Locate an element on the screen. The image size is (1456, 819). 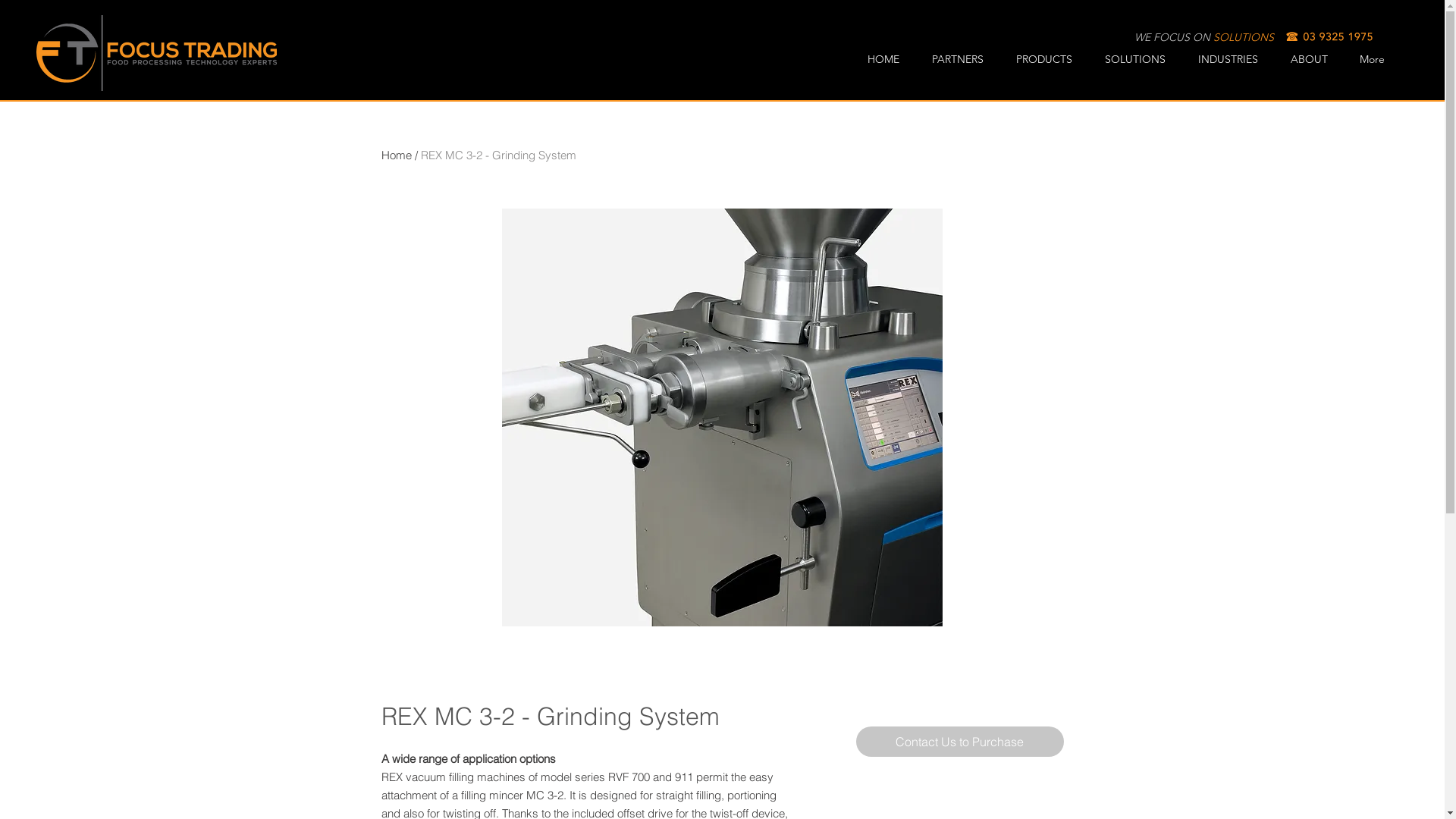
'REX MC 3-2 - Grinding System' is located at coordinates (497, 155).